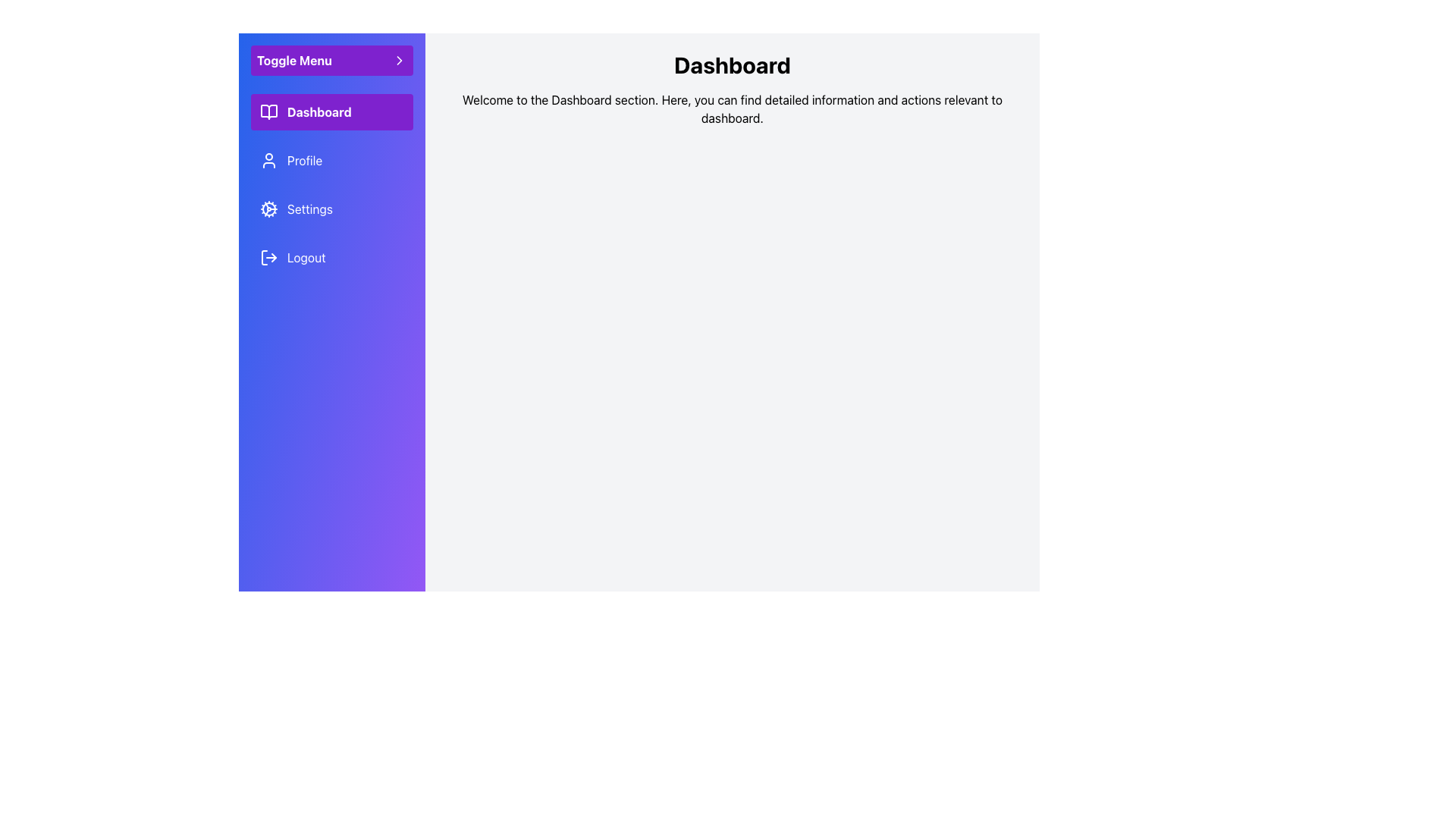  What do you see at coordinates (294, 60) in the screenshot?
I see `the 'Toggle Menu' text label, which is prominently displayed in white on a vibrant purple background near the top of the vertical sidebar` at bounding box center [294, 60].